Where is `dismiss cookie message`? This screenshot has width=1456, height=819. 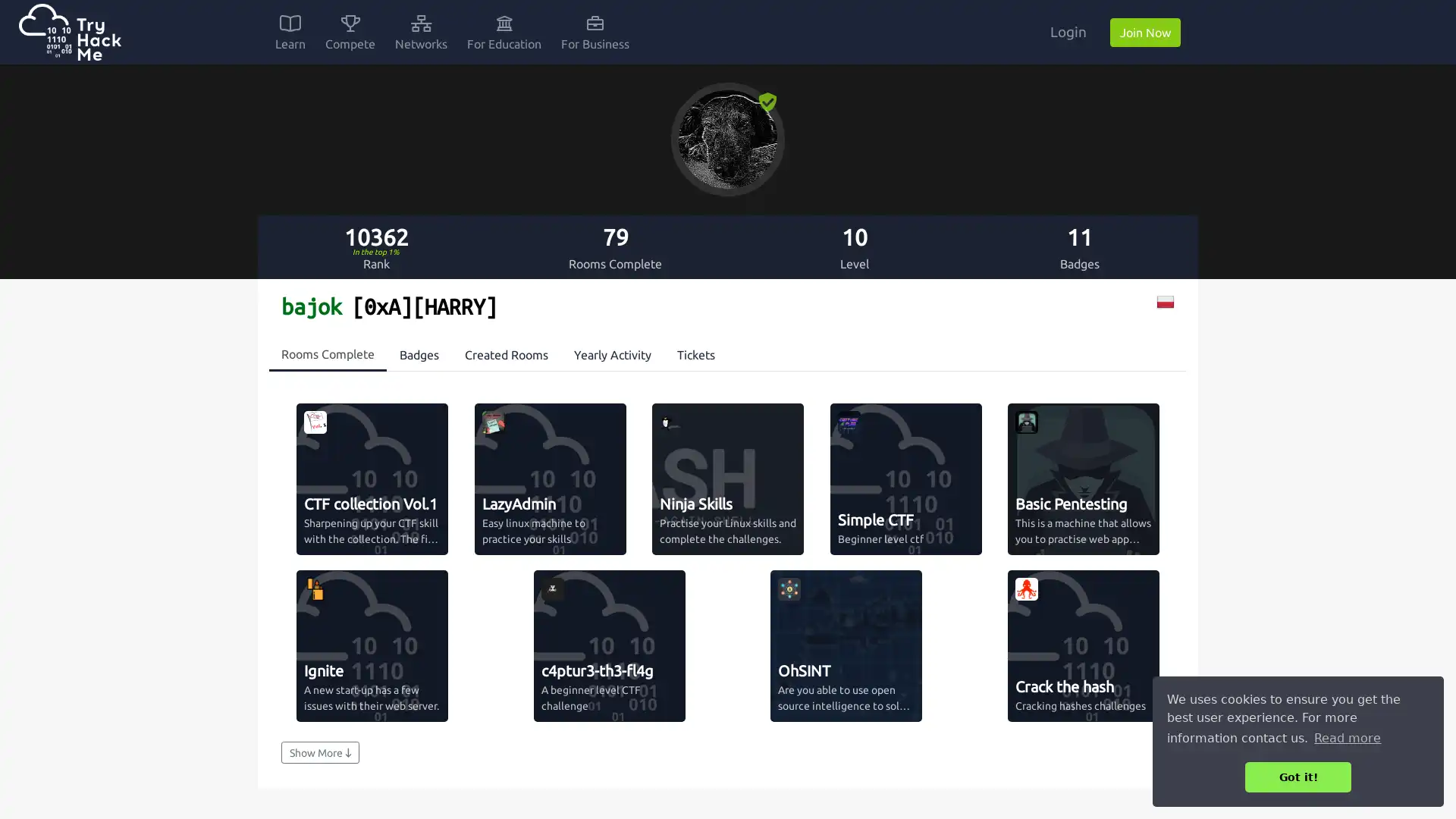 dismiss cookie message is located at coordinates (1298, 777).